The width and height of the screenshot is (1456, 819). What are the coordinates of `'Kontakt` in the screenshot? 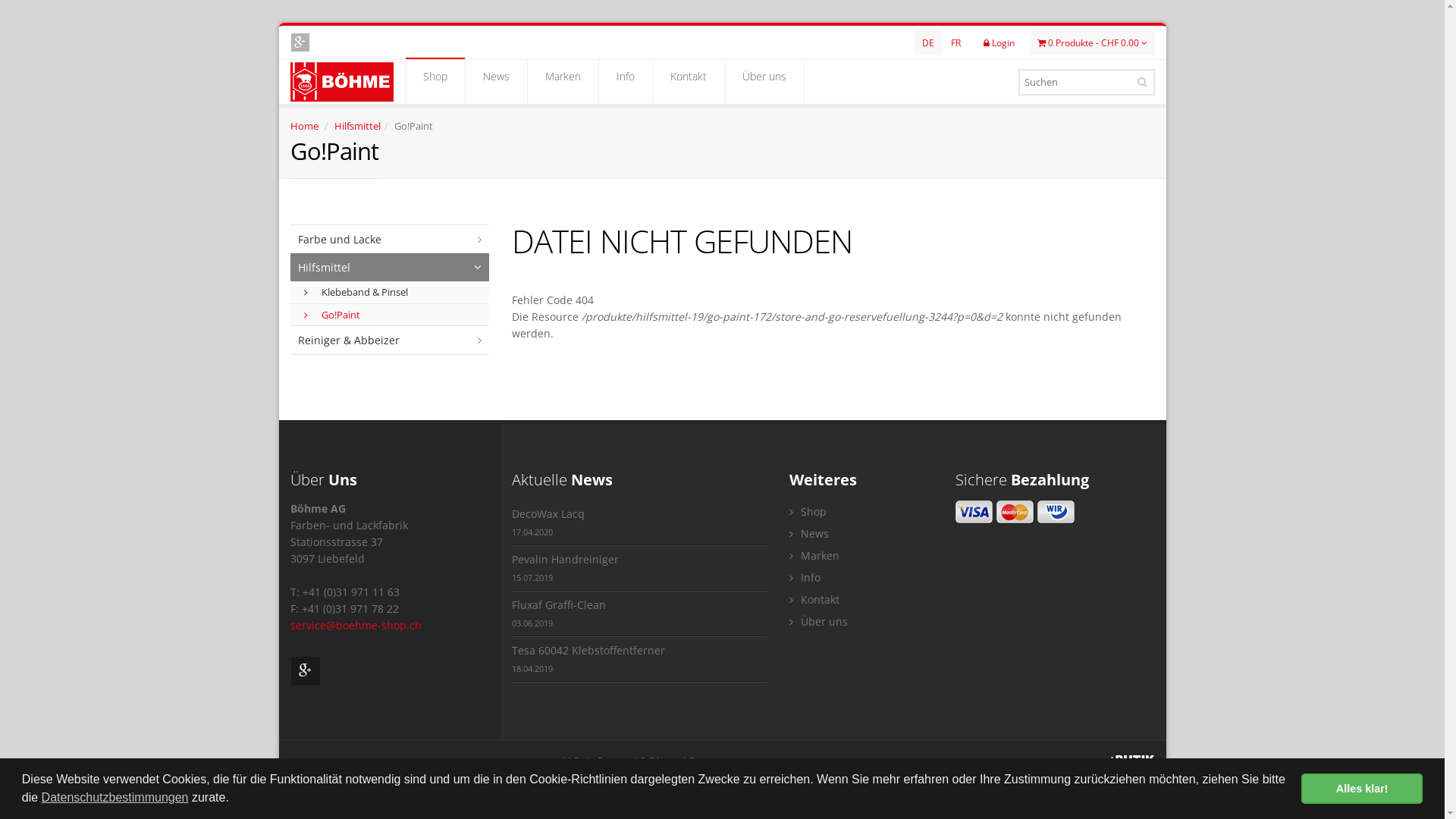 It's located at (687, 82).